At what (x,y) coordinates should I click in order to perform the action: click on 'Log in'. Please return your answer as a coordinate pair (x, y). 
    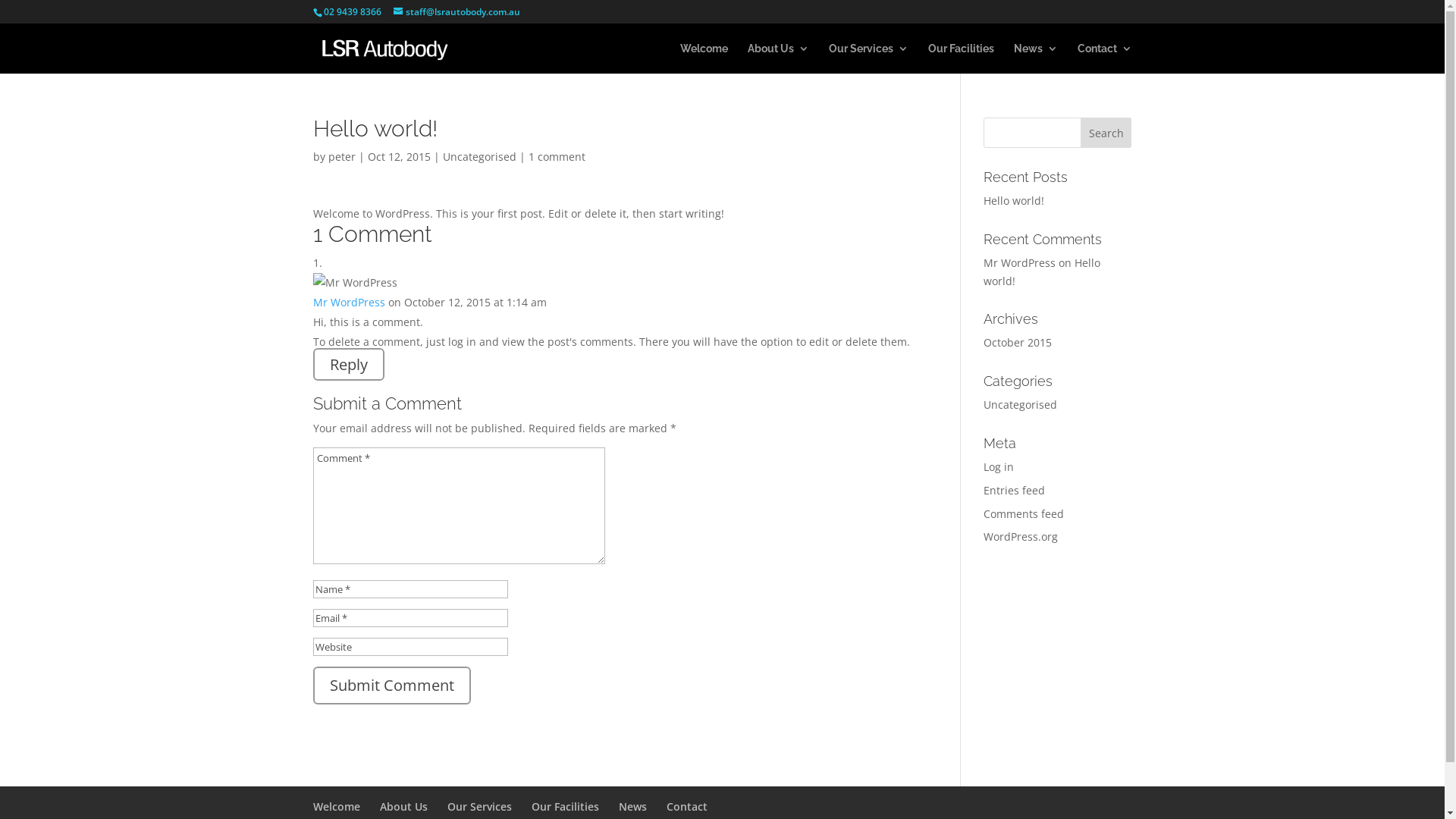
    Looking at the image, I should click on (998, 466).